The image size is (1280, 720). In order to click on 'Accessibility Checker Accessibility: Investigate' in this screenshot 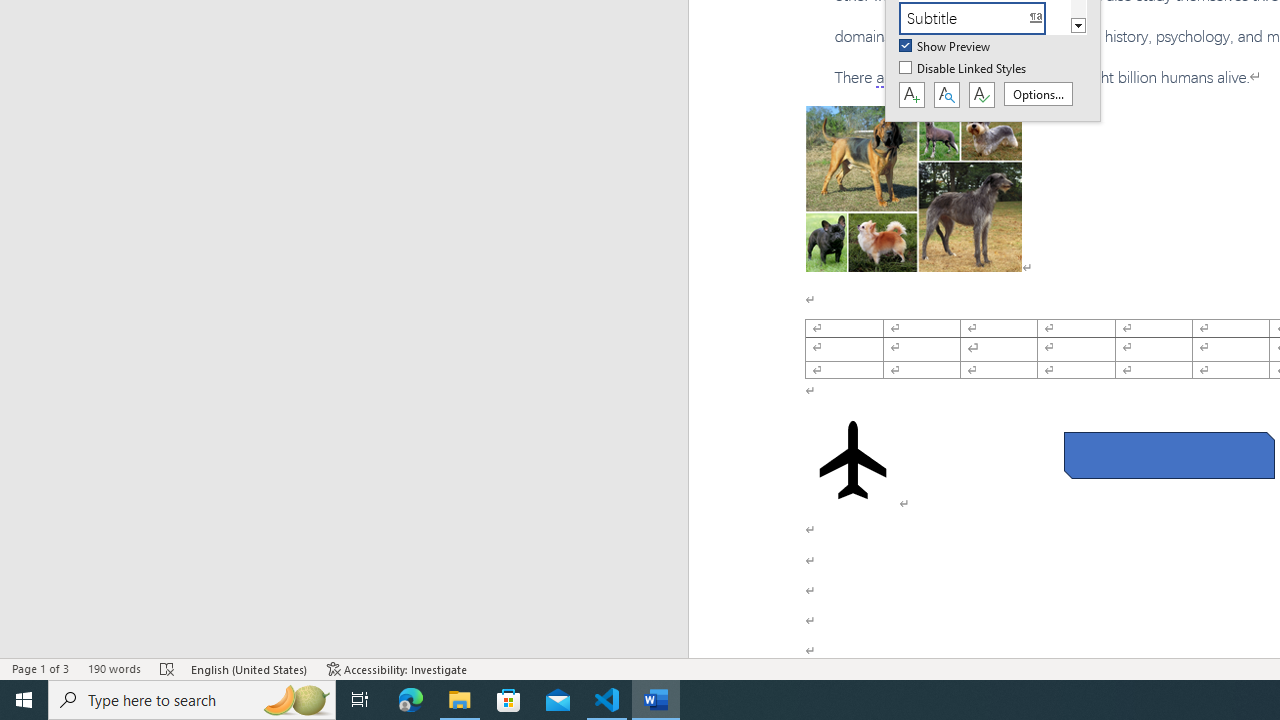, I will do `click(397, 669)`.